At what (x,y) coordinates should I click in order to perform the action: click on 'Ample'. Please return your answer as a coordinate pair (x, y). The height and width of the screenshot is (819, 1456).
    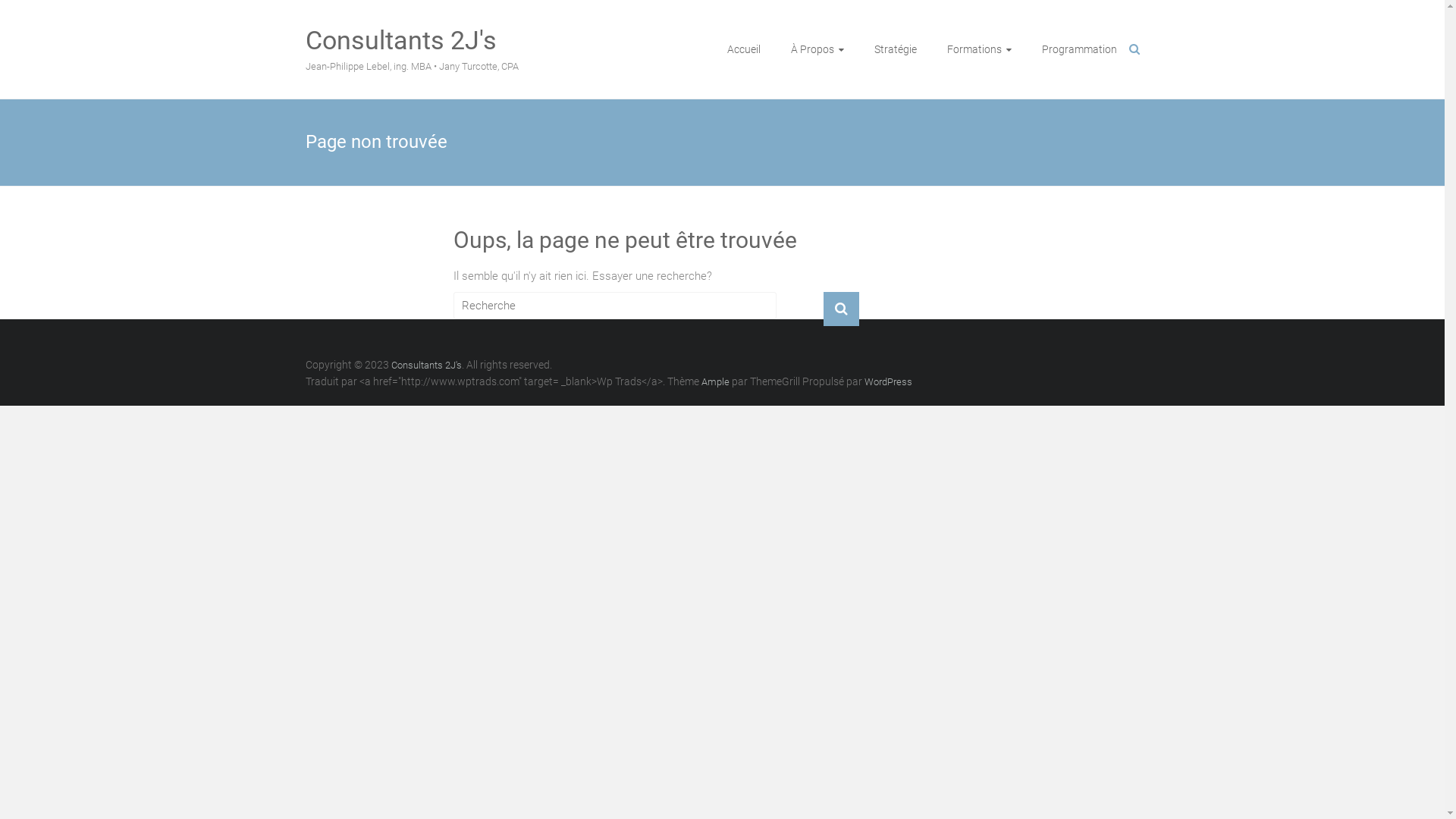
    Looking at the image, I should click on (714, 381).